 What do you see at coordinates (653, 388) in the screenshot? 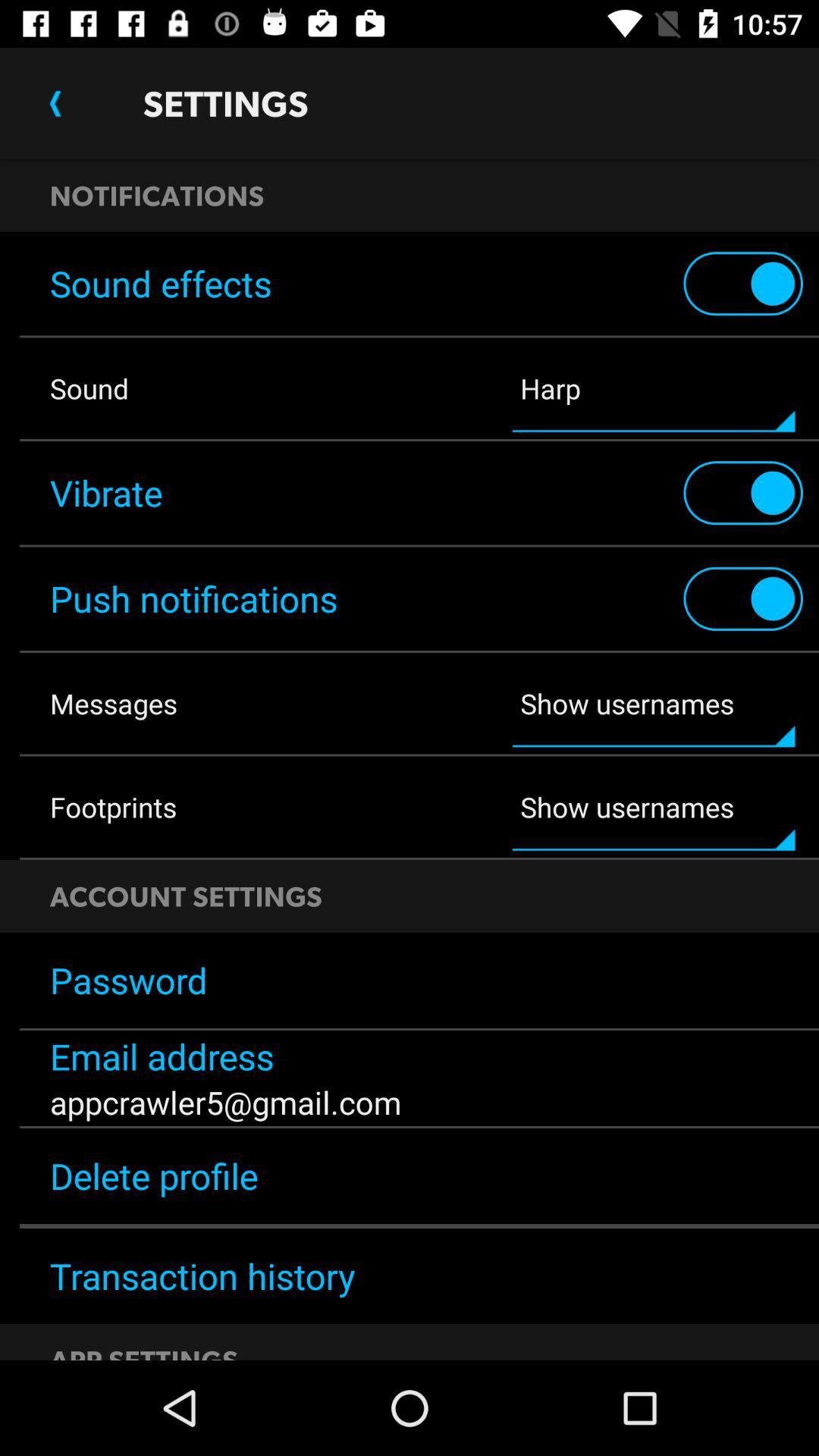
I see `icon to the right of sound icon` at bounding box center [653, 388].